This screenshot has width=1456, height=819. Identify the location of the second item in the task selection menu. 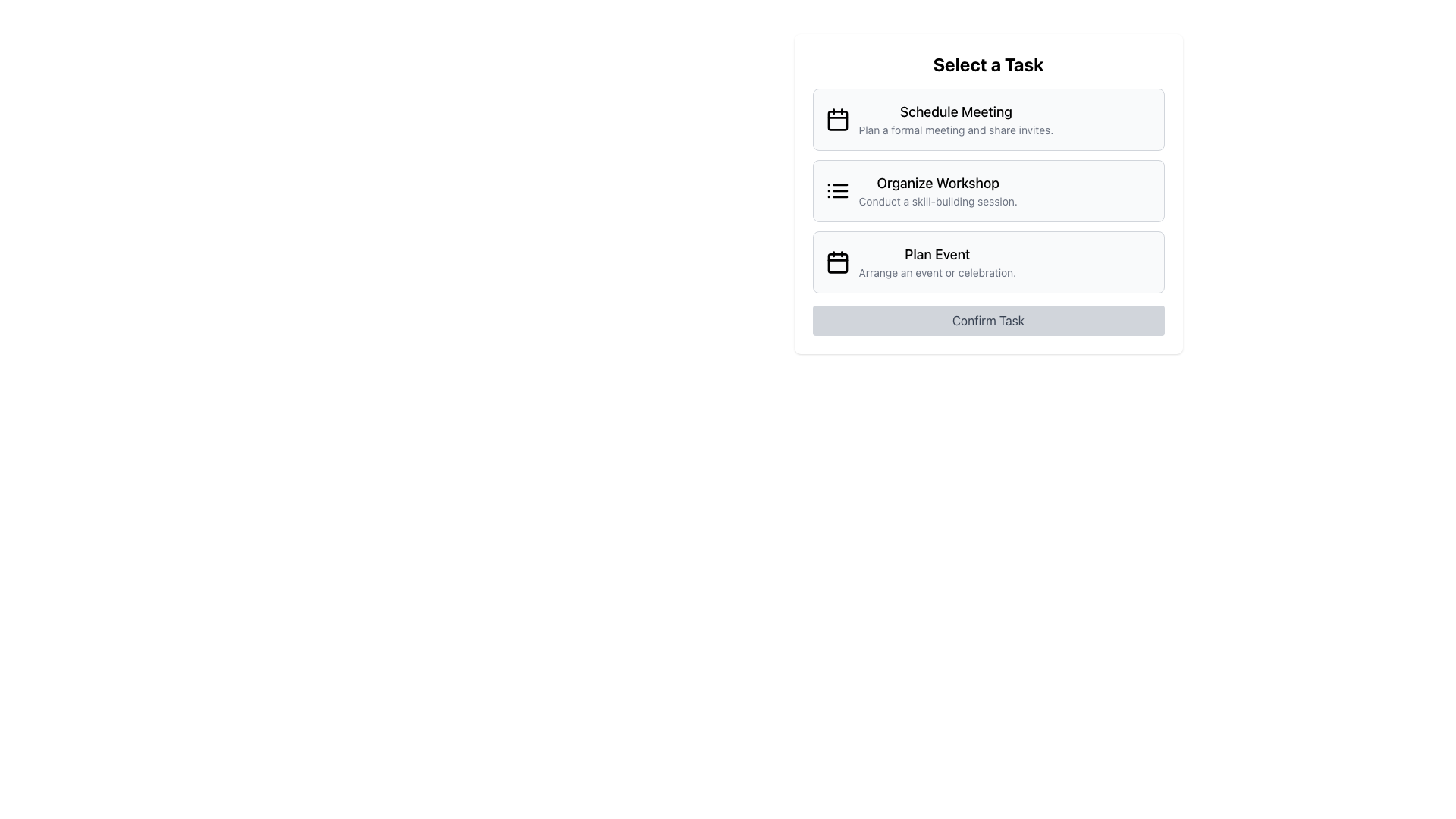
(937, 190).